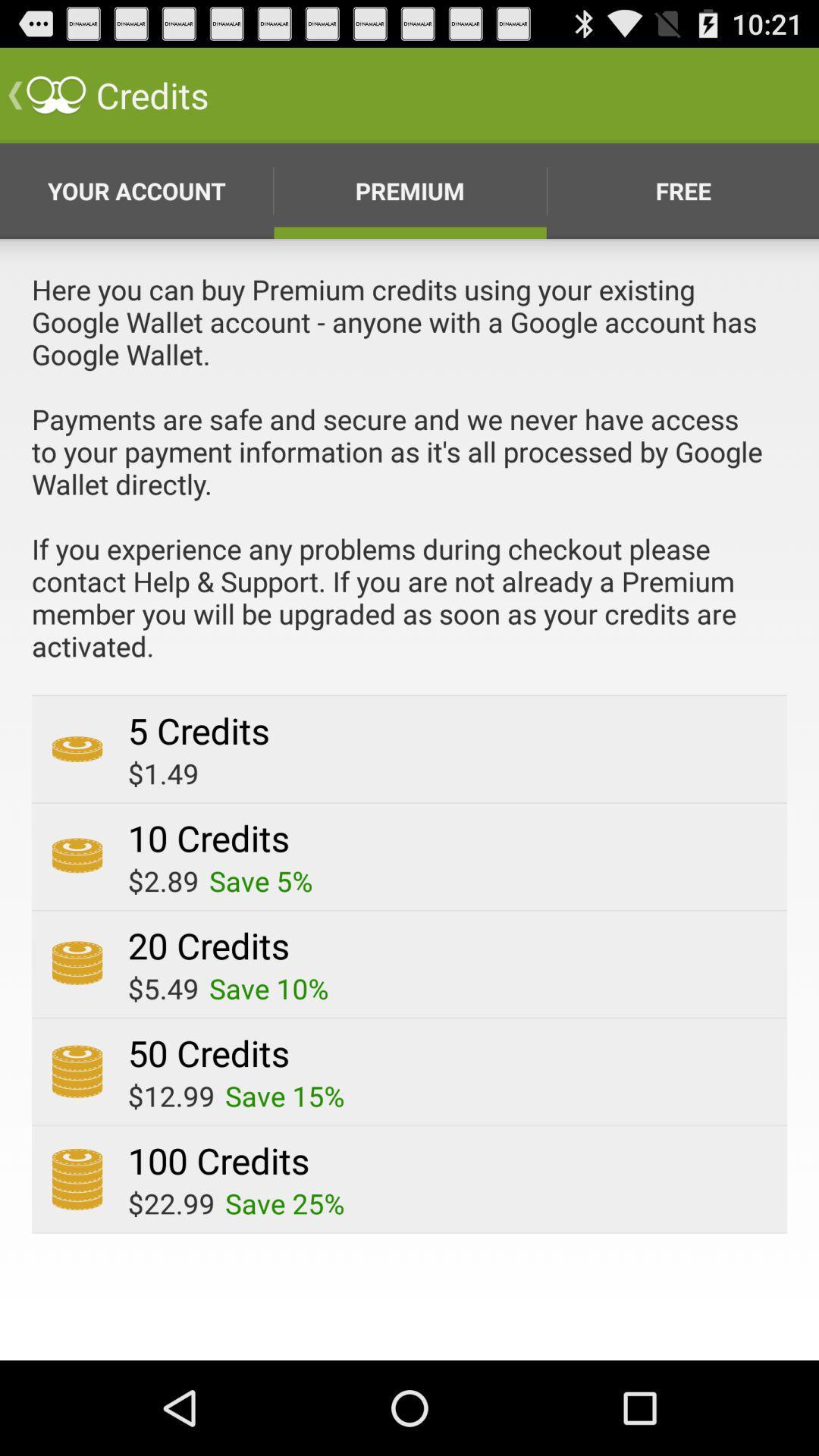  What do you see at coordinates (163, 880) in the screenshot?
I see `the app below the 10 credits icon` at bounding box center [163, 880].